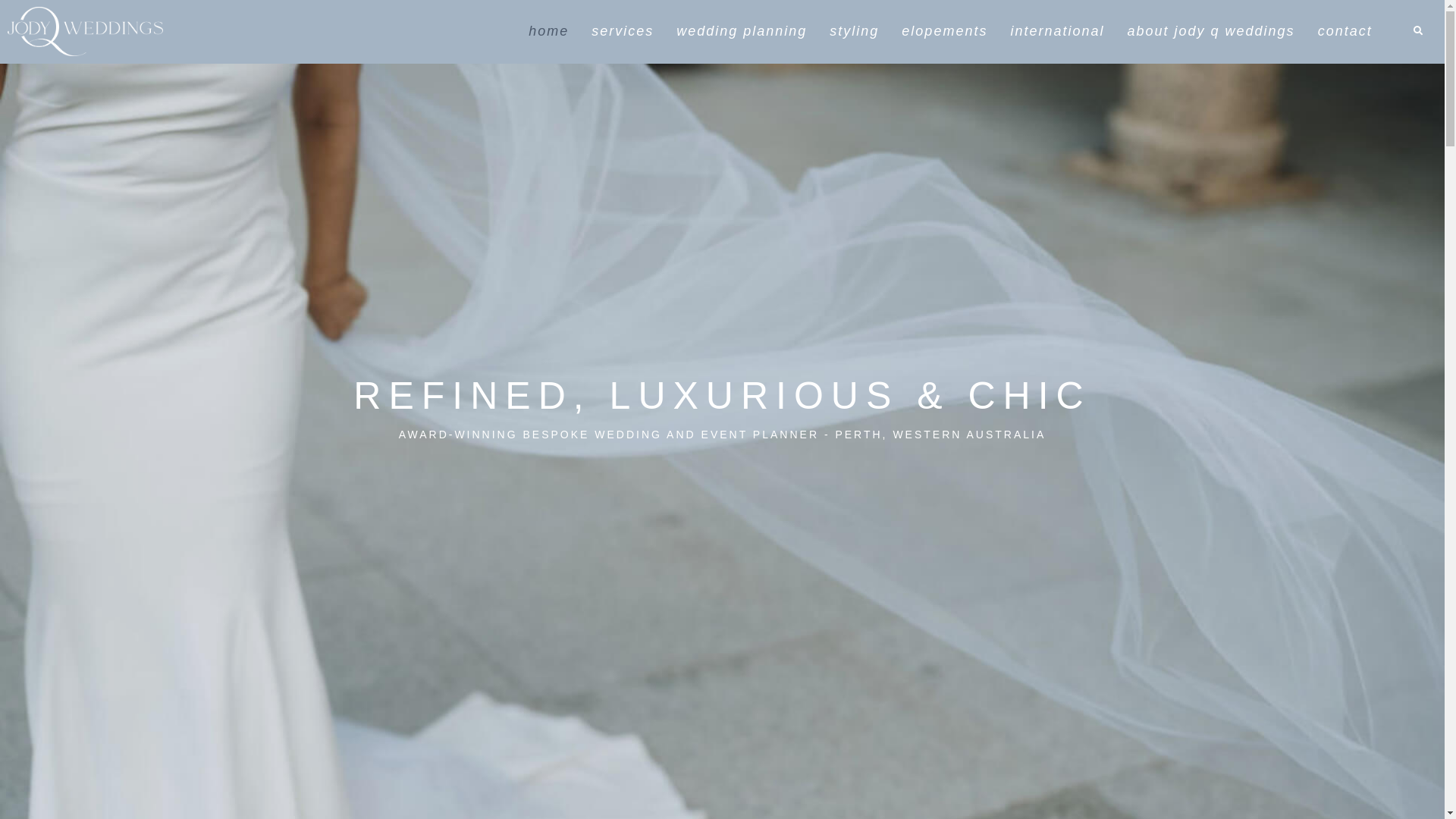 The width and height of the screenshot is (1456, 819). What do you see at coordinates (854, 31) in the screenshot?
I see `'styling'` at bounding box center [854, 31].